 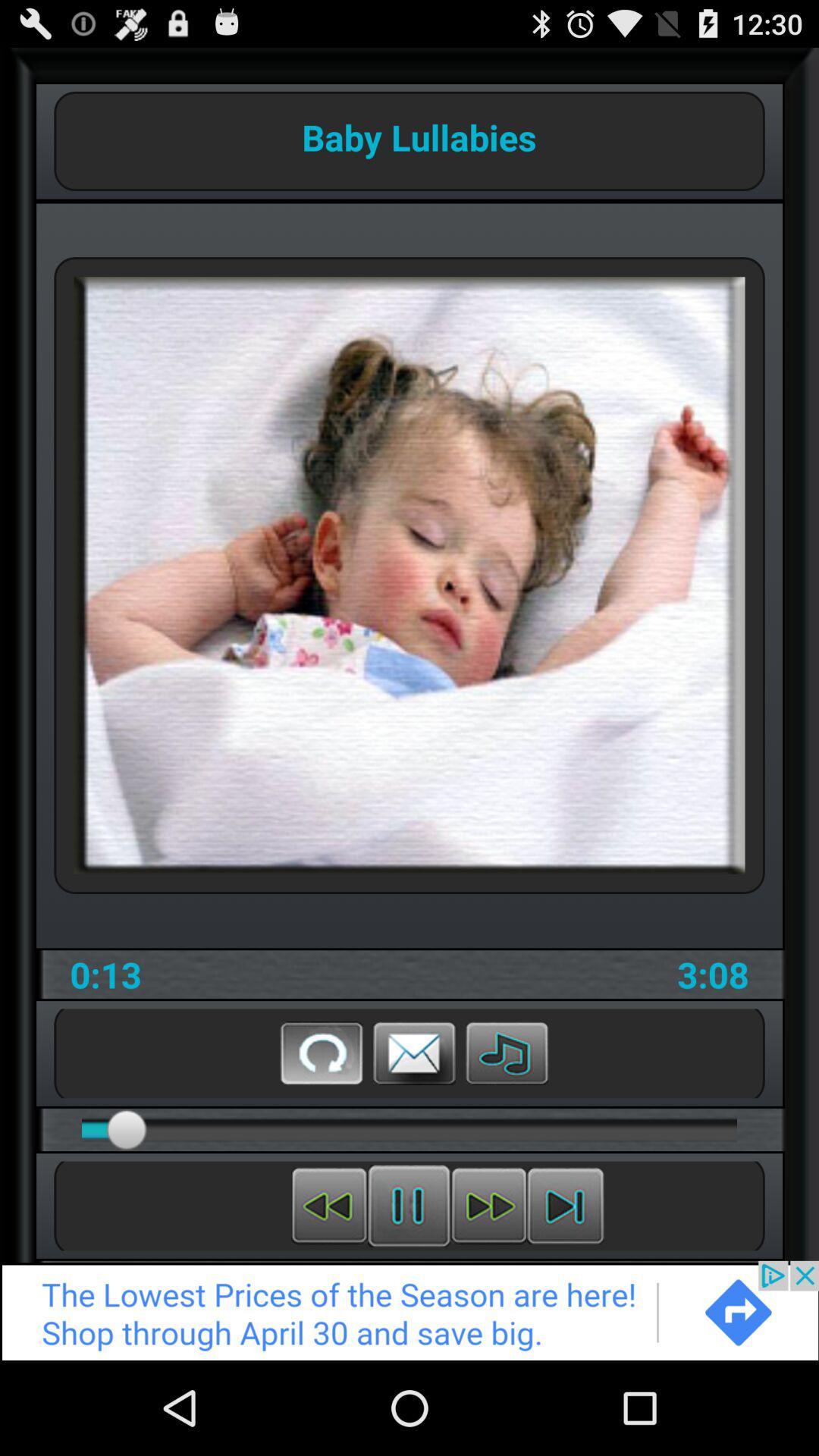 What do you see at coordinates (565, 1290) in the screenshot?
I see `the skip_next icon` at bounding box center [565, 1290].